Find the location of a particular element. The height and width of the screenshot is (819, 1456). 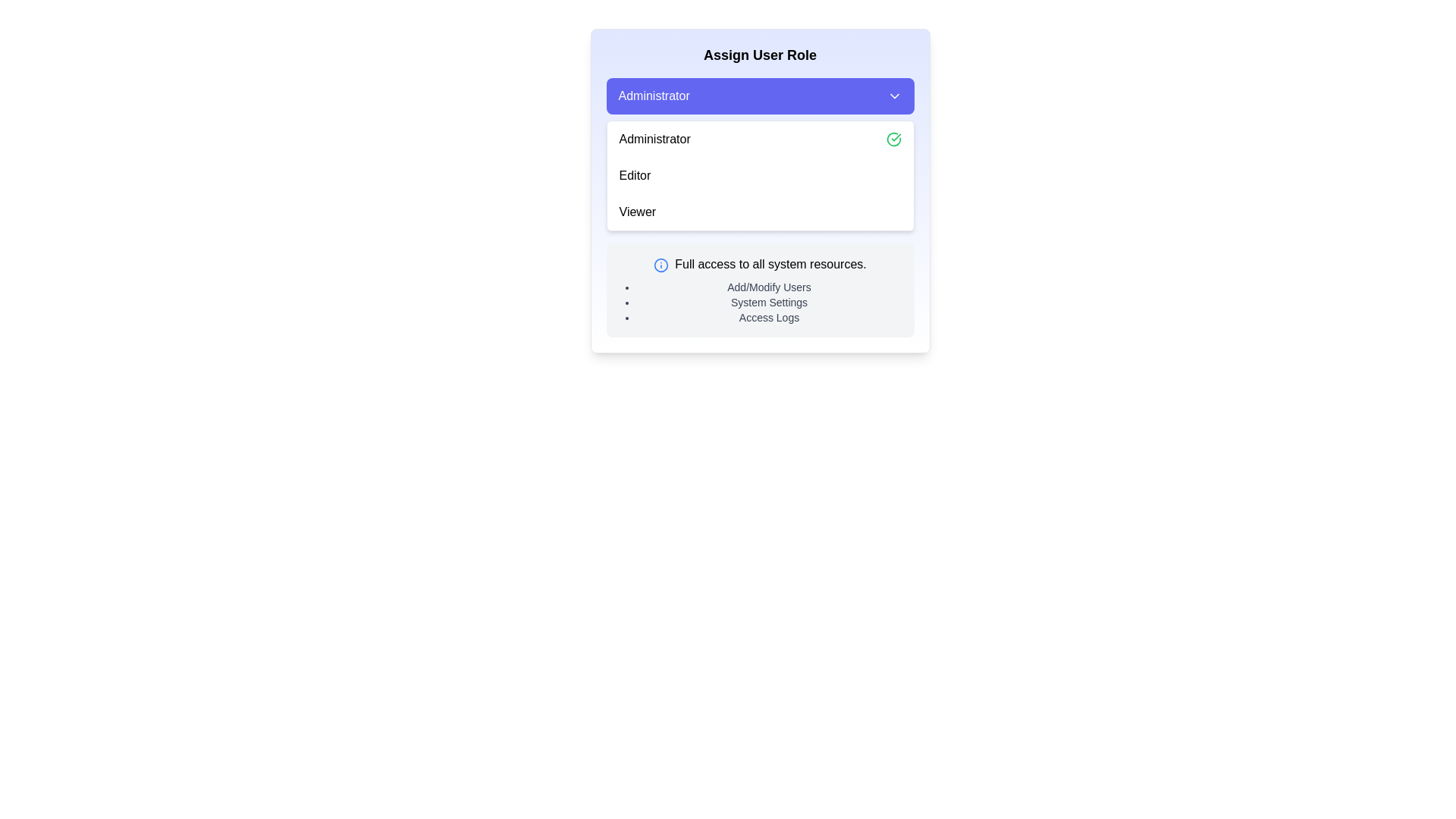

the text label that describes user role permissions, located beneath the 'Assign User Role' dropdown and to the right of an informational icon is located at coordinates (770, 263).